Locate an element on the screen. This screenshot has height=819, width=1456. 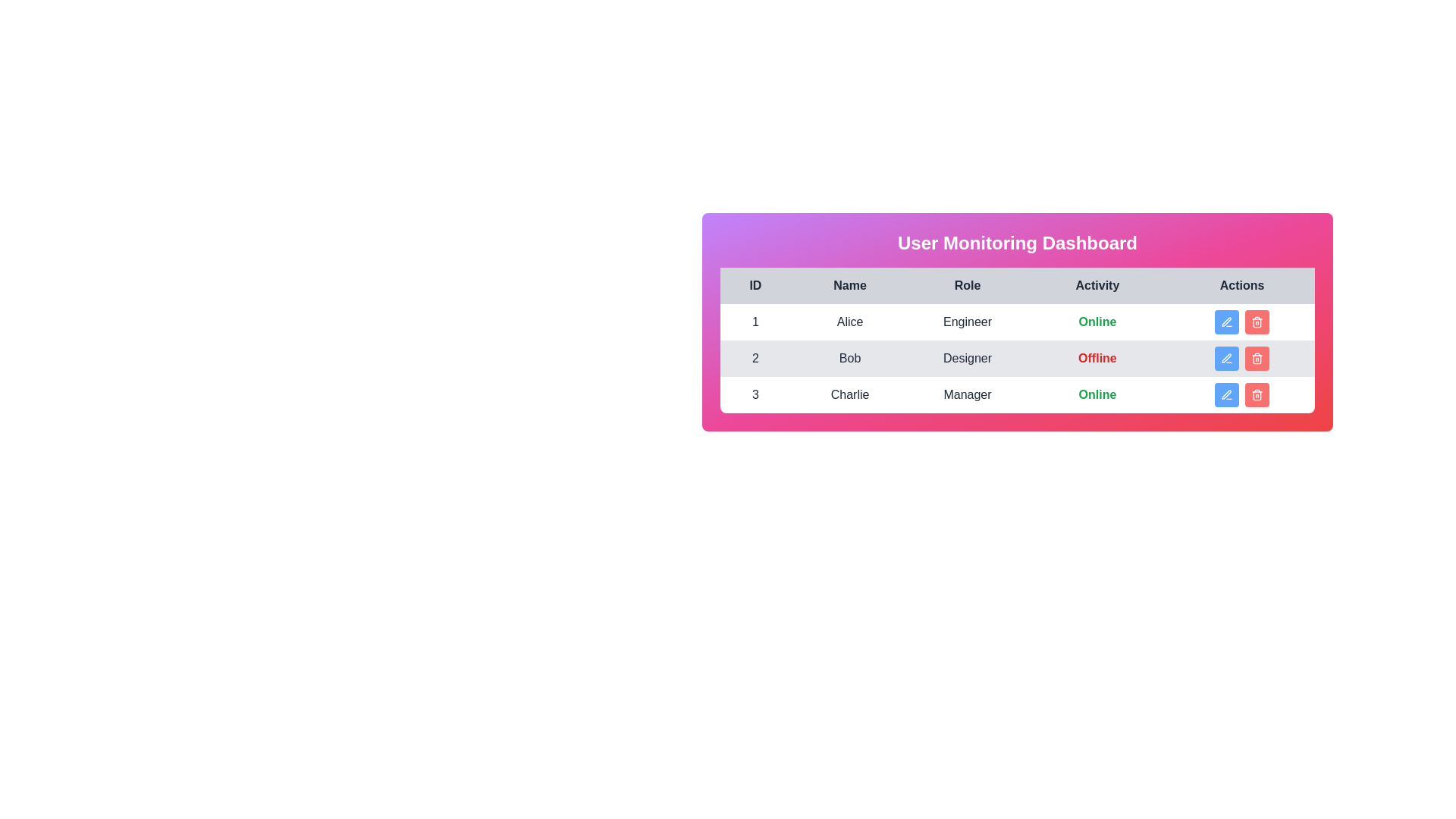
the delete button for the user with ID 3 is located at coordinates (1257, 394).